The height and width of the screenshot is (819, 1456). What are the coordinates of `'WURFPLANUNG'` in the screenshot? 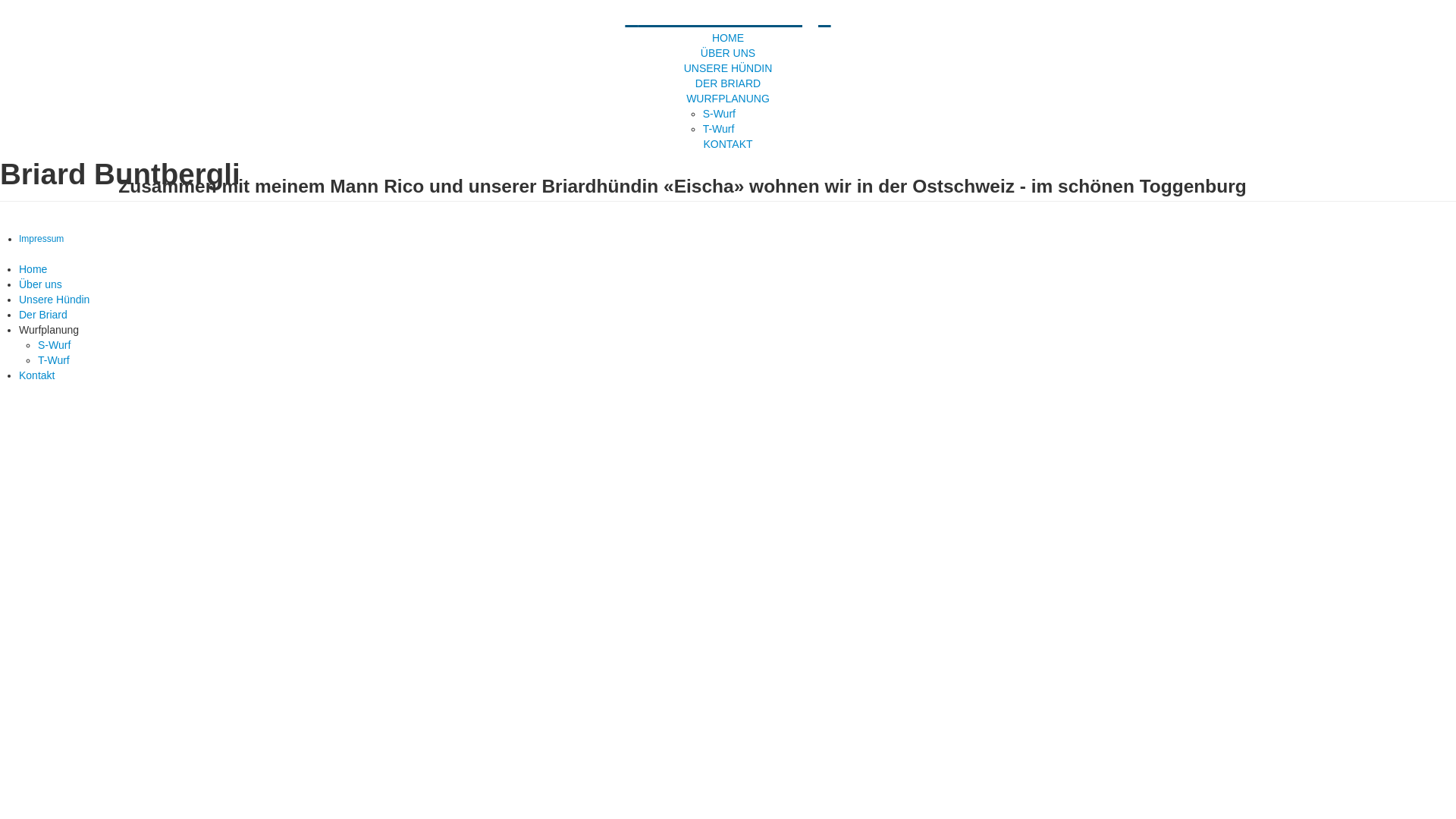 It's located at (728, 99).